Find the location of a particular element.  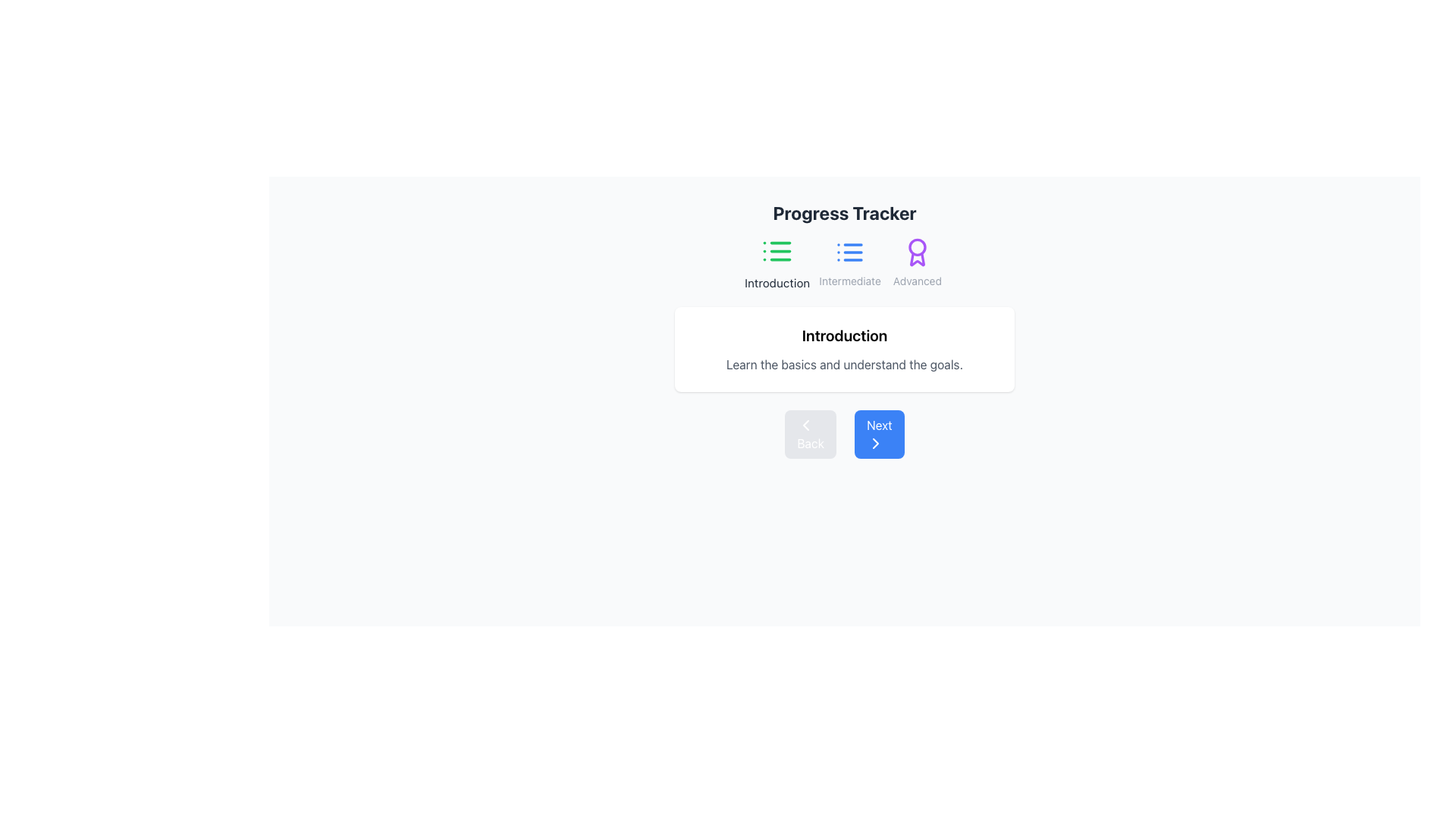

the blue icon styled with a list pattern featuring three horizontal lines and small circles aligned to their left, located under the 'Progress Tracker' heading and associated with the text 'Intermediate' is located at coordinates (850, 251).